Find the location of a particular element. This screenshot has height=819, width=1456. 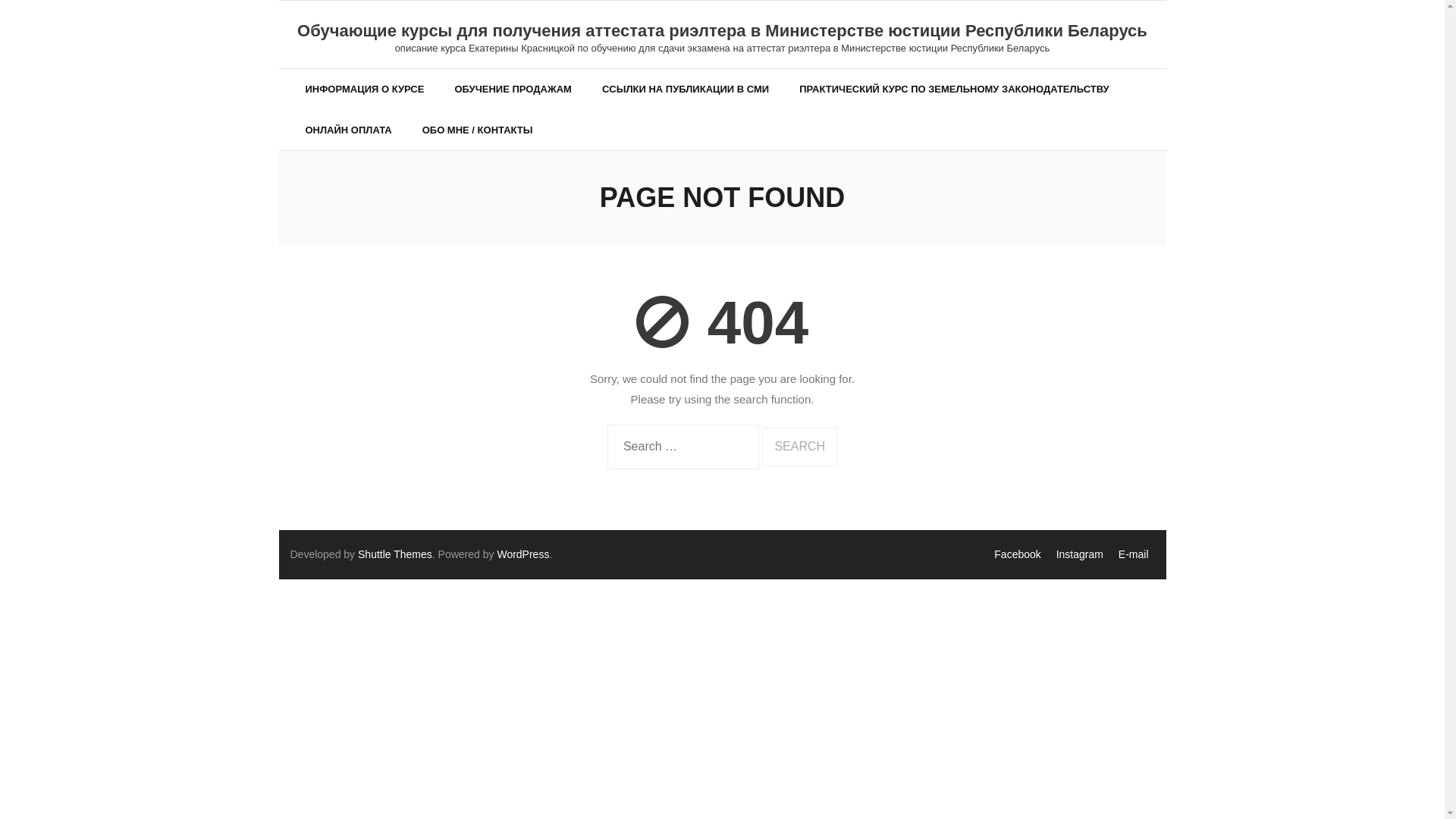

'Shuttle Themes' is located at coordinates (395, 554).